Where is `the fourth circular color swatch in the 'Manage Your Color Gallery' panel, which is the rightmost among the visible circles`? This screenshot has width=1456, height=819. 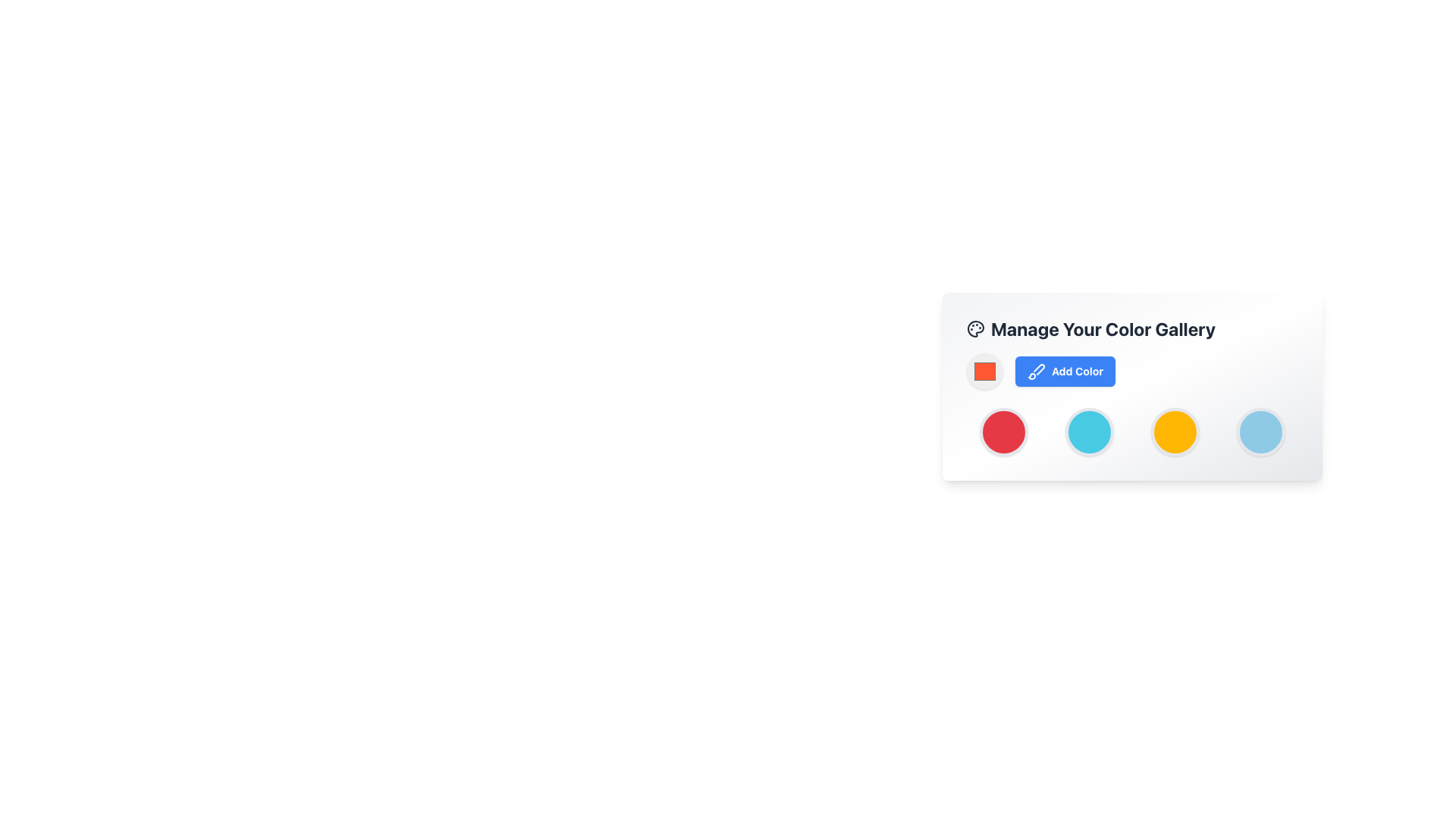
the fourth circular color swatch in the 'Manage Your Color Gallery' panel, which is the rightmost among the visible circles is located at coordinates (1175, 432).